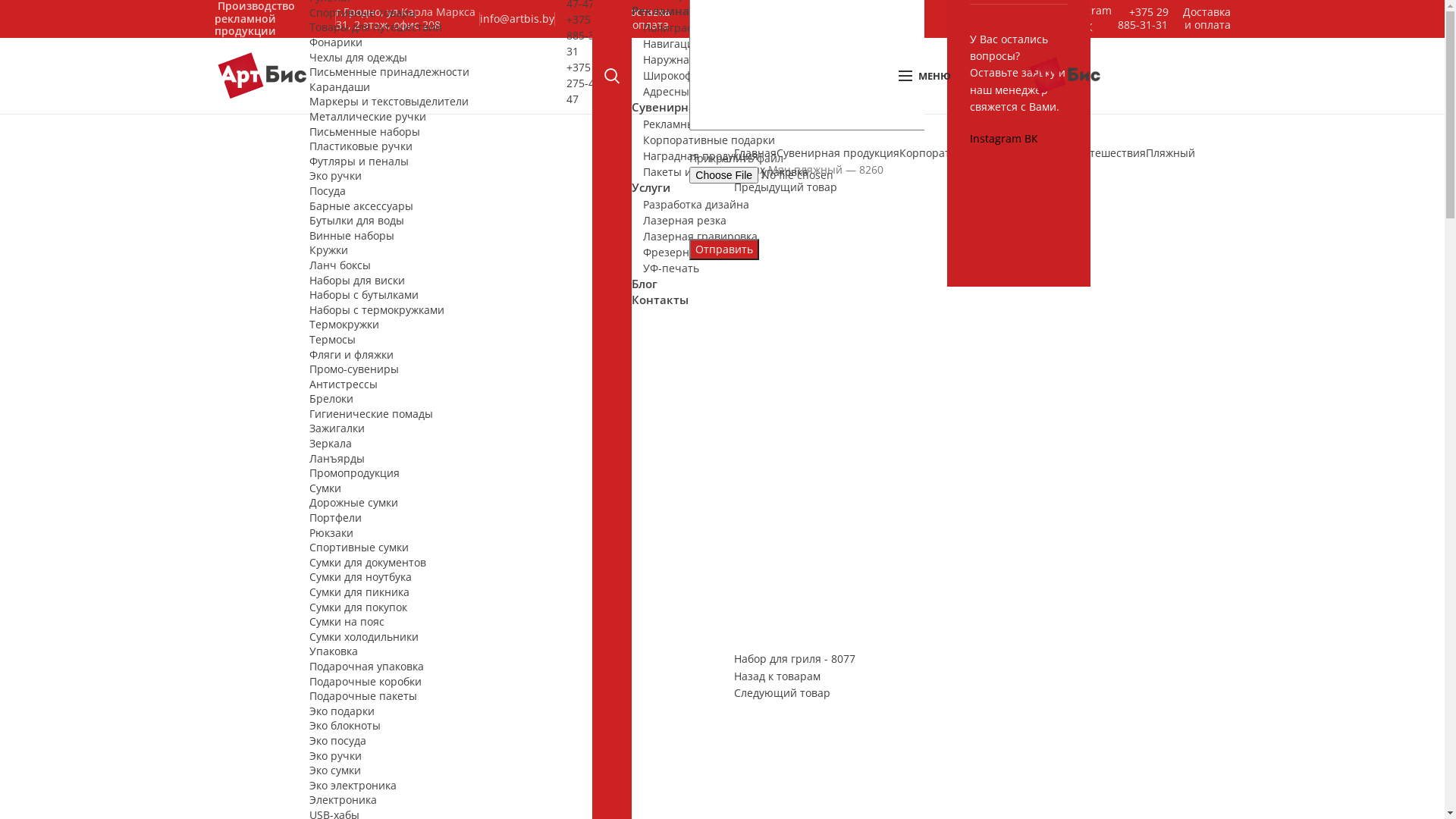 The height and width of the screenshot is (819, 1456). Describe the element at coordinates (997, 138) in the screenshot. I see `'Instagram'` at that location.